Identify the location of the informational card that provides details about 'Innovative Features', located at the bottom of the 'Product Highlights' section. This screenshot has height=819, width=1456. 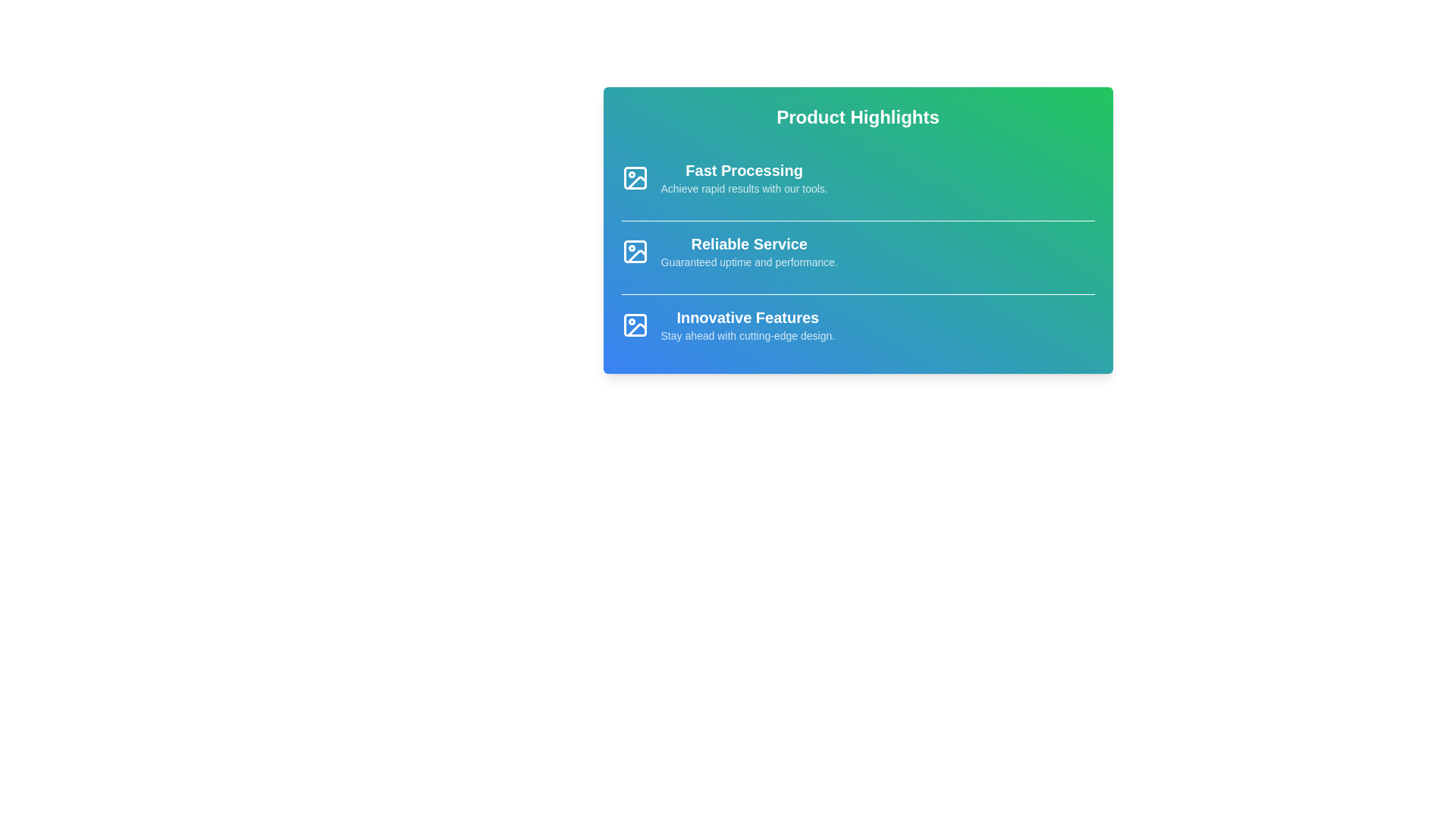
(858, 324).